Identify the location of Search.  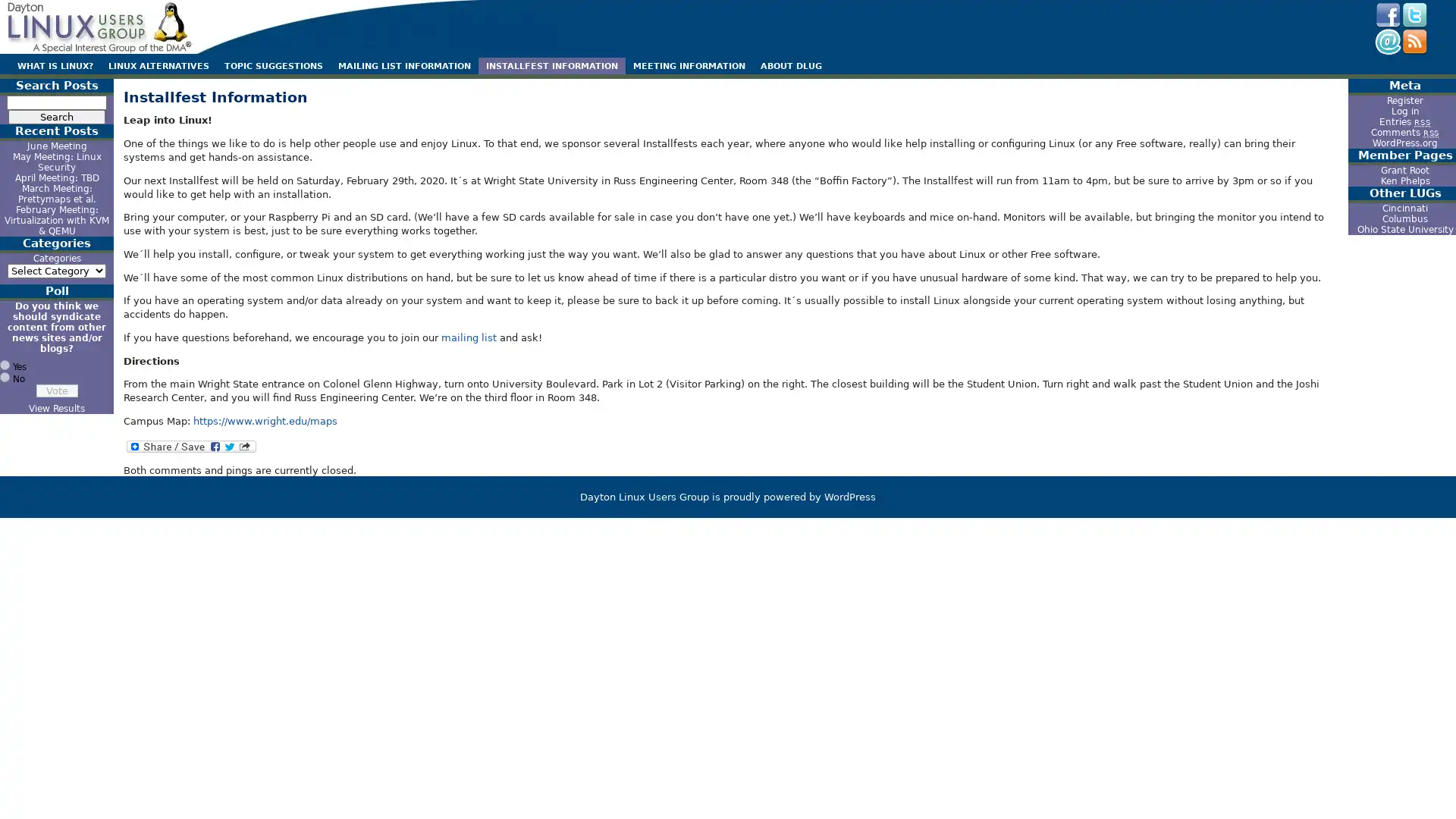
(57, 116).